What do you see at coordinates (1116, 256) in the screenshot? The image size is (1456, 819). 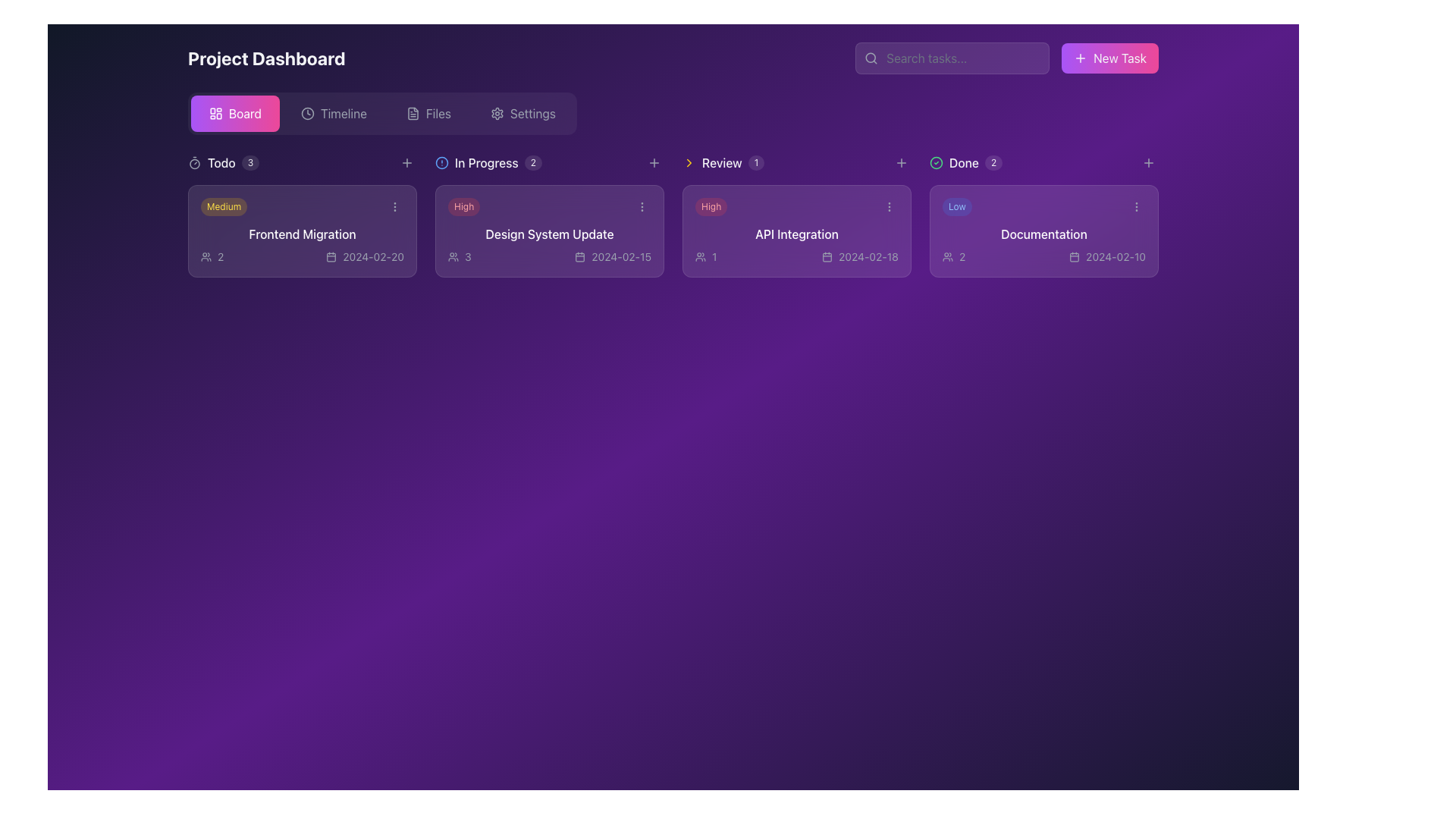 I see `the text label displaying the date '2024-02-10'` at bounding box center [1116, 256].